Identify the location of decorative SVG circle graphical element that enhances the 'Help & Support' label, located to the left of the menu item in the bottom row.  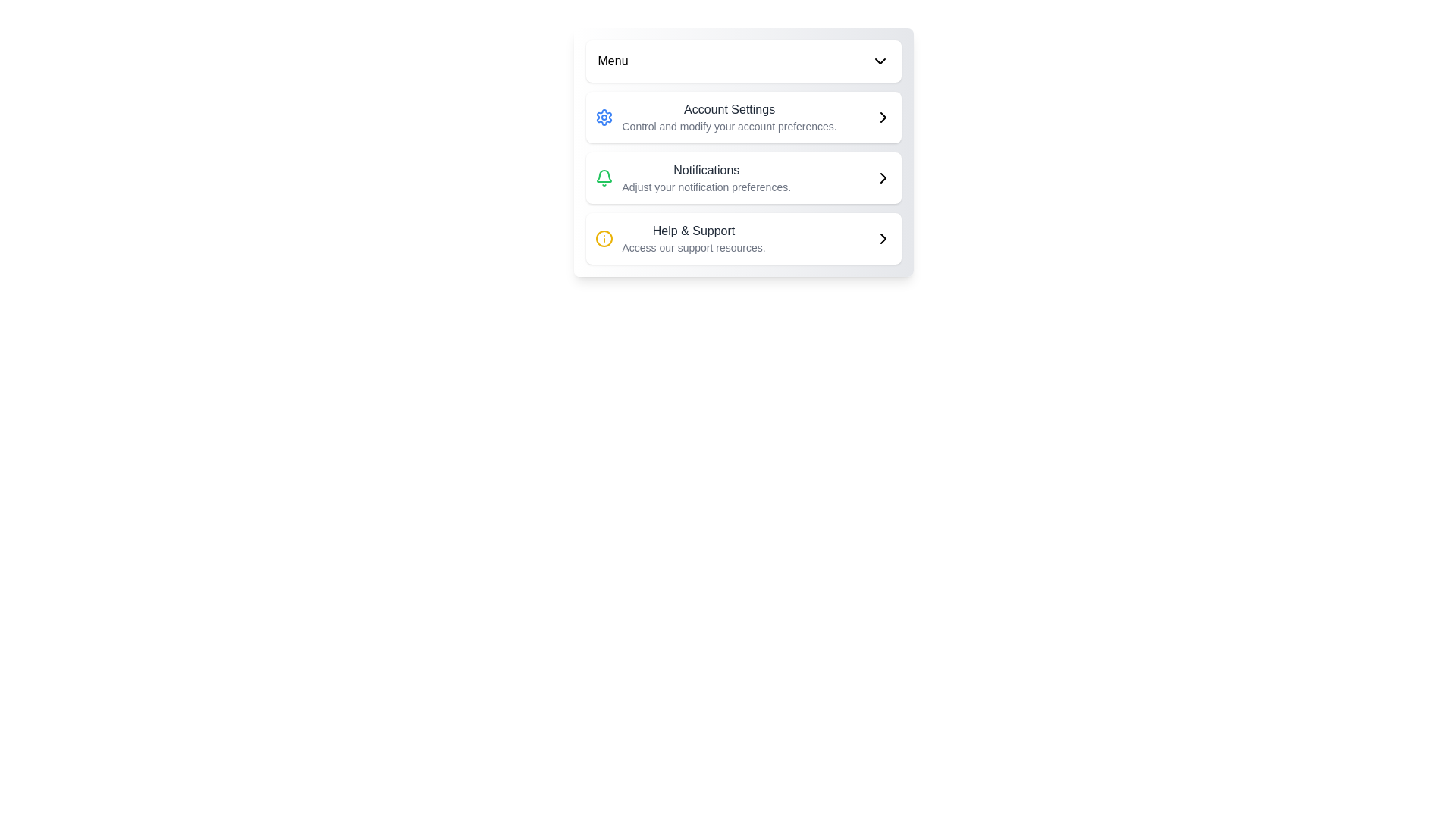
(603, 239).